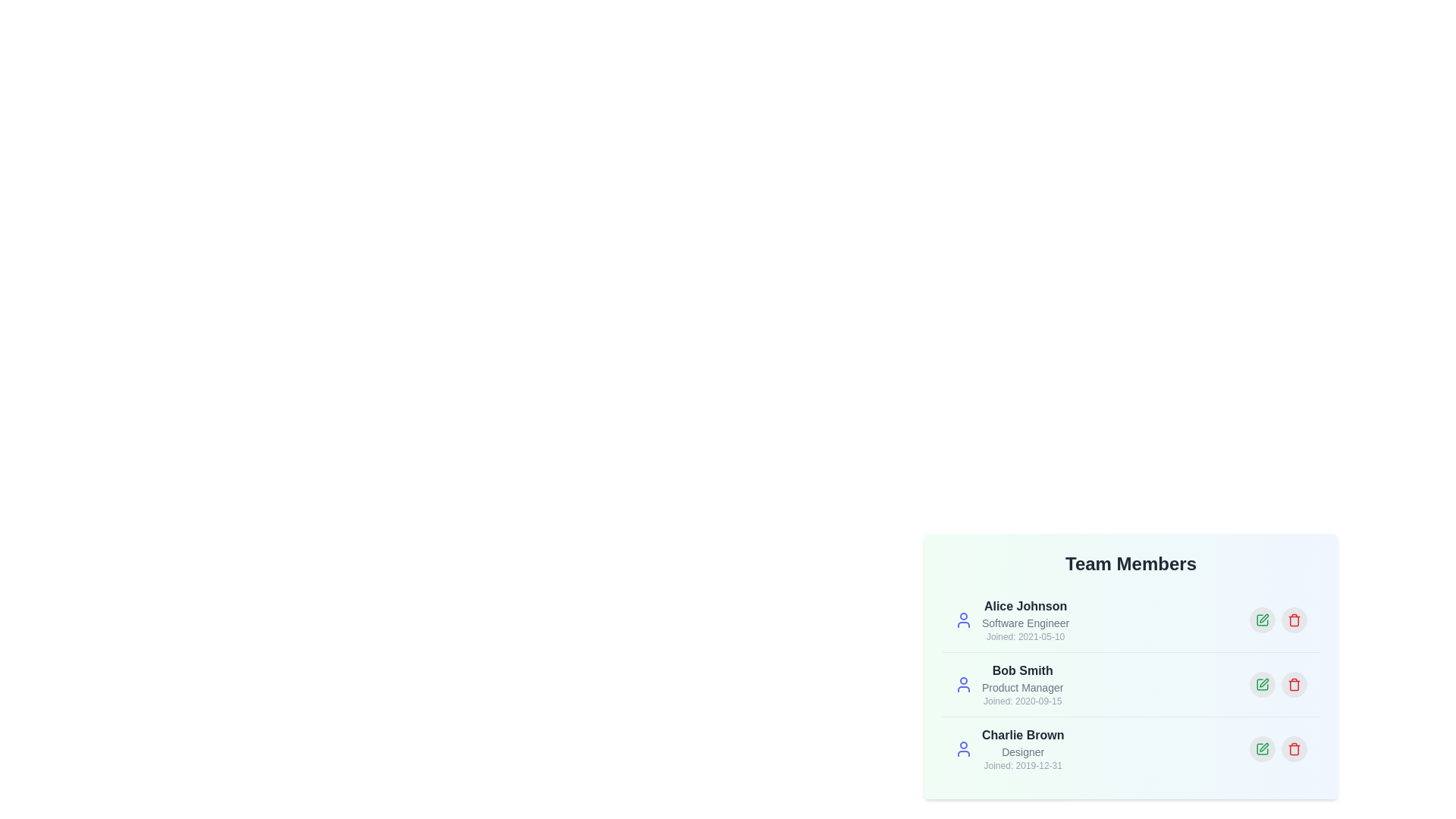 The height and width of the screenshot is (819, 1456). Describe the element at coordinates (963, 748) in the screenshot. I see `the user icon corresponding to Charlie Brown` at that location.